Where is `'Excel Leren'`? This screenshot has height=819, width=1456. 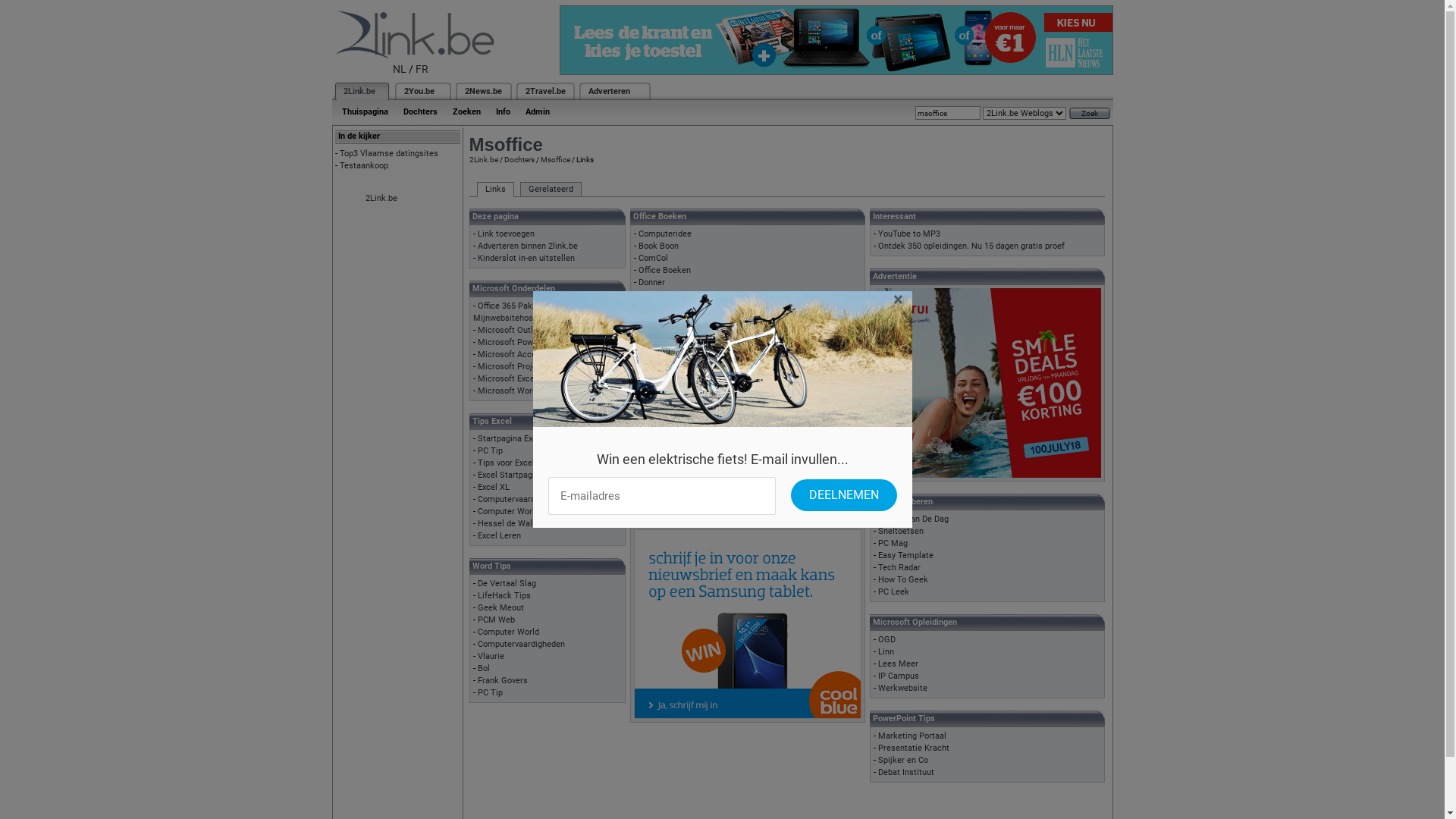
'Excel Leren' is located at coordinates (476, 535).